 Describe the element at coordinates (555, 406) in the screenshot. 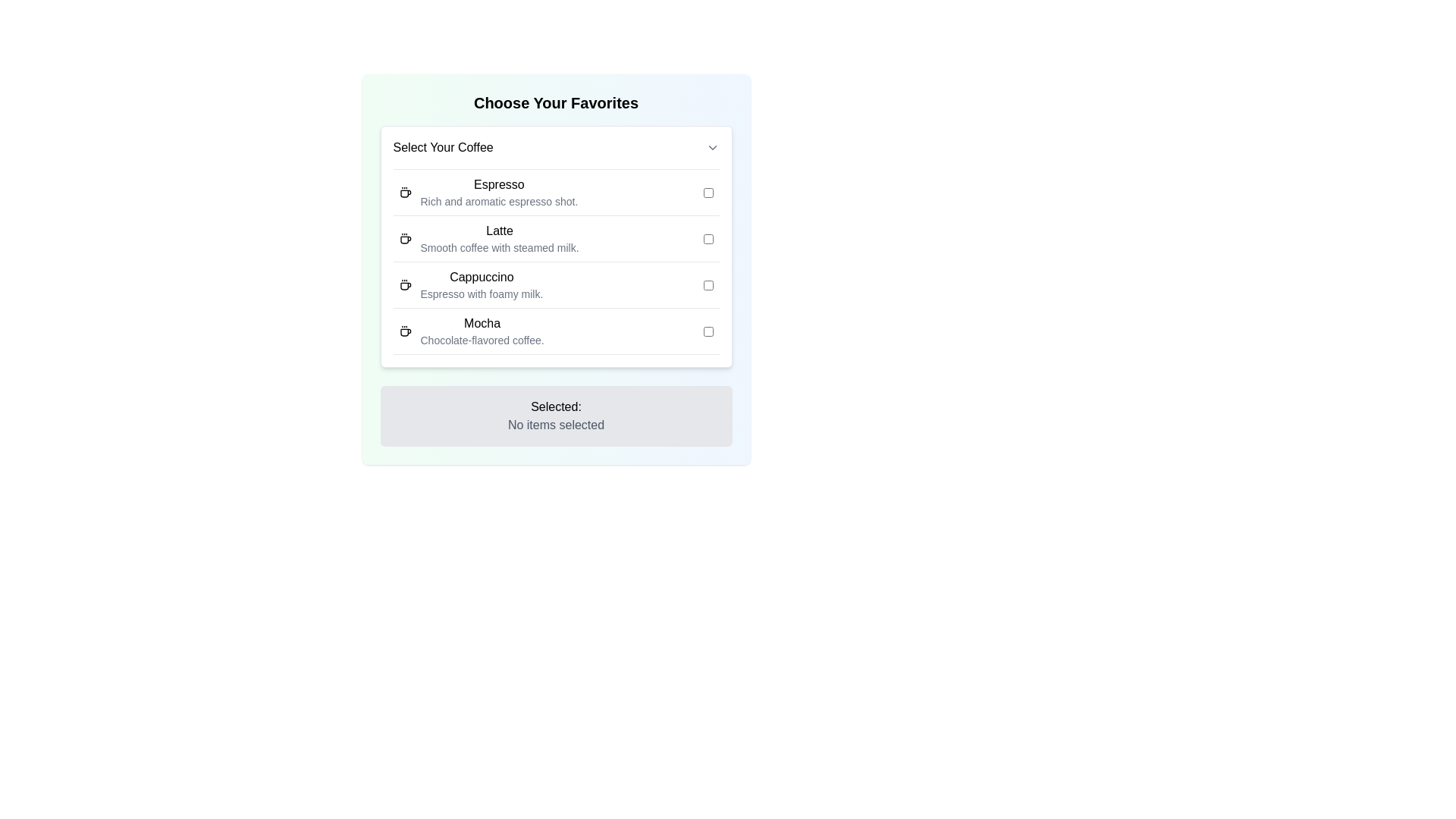

I see `the label positioned just above the text 'No items selected', which serves as a category indicator for the displayed data` at that location.